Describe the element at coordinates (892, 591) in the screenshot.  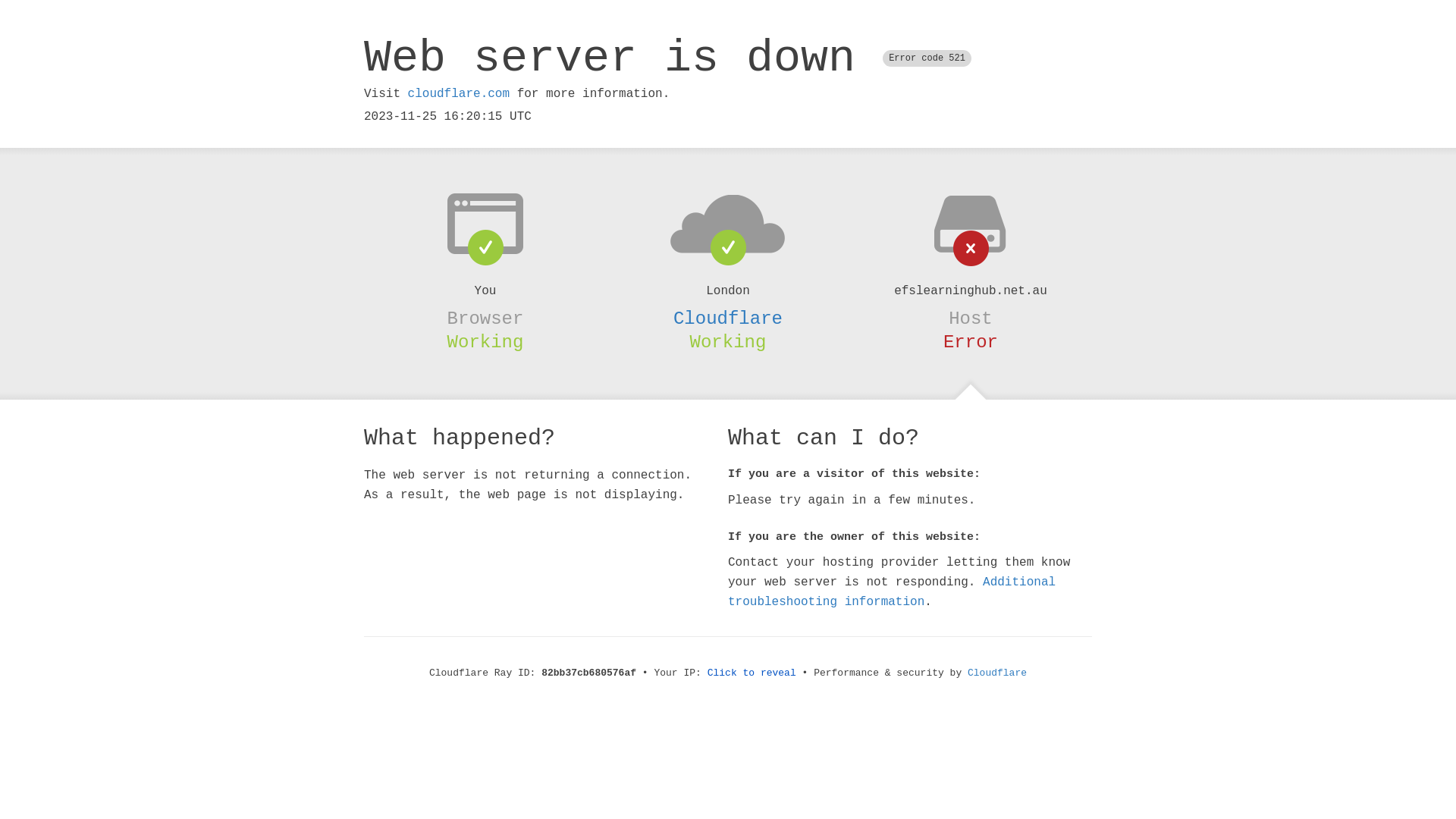
I see `'Additional troubleshooting information'` at that location.